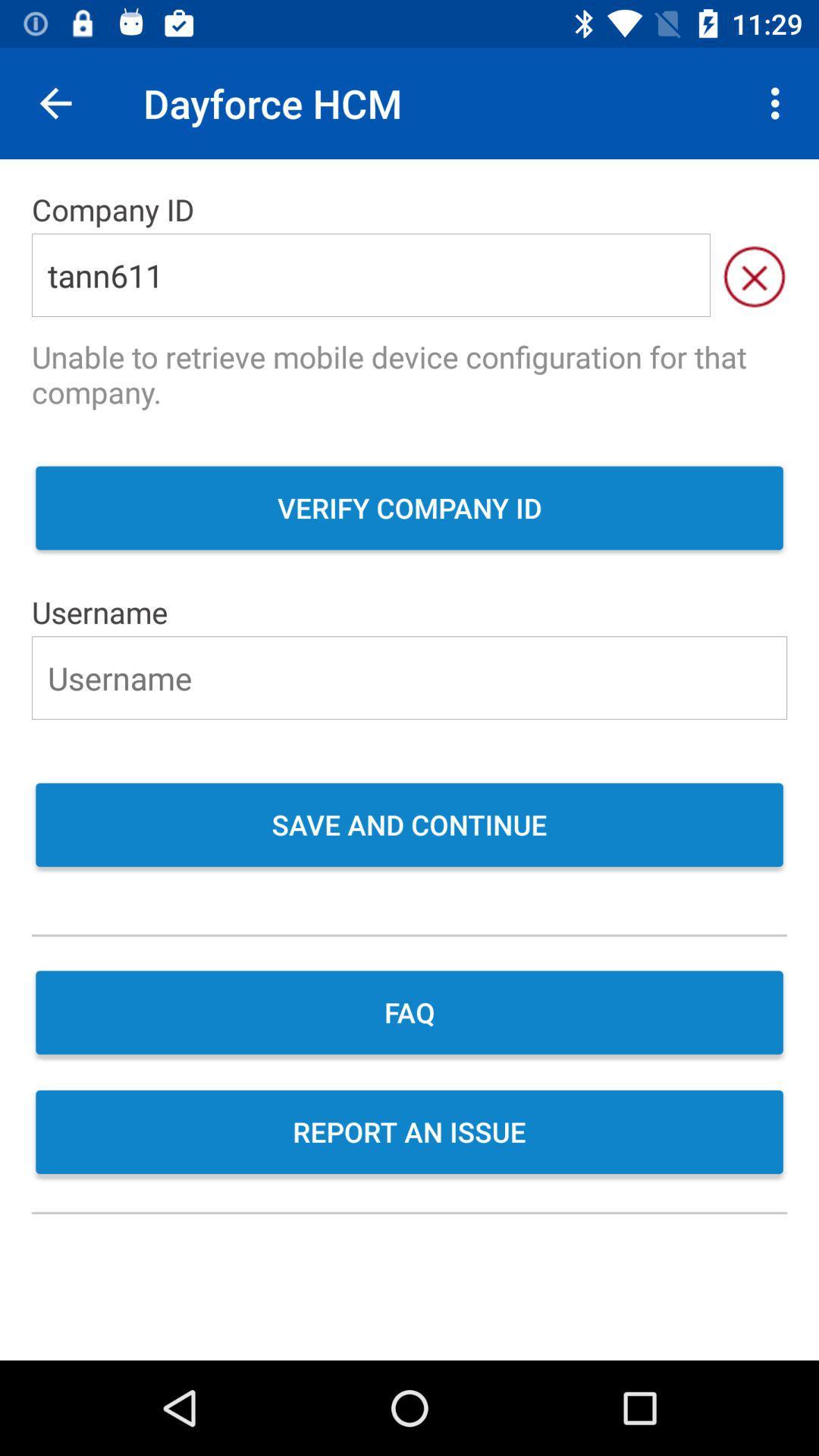 This screenshot has height=1456, width=819. Describe the element at coordinates (409, 676) in the screenshot. I see `user name` at that location.